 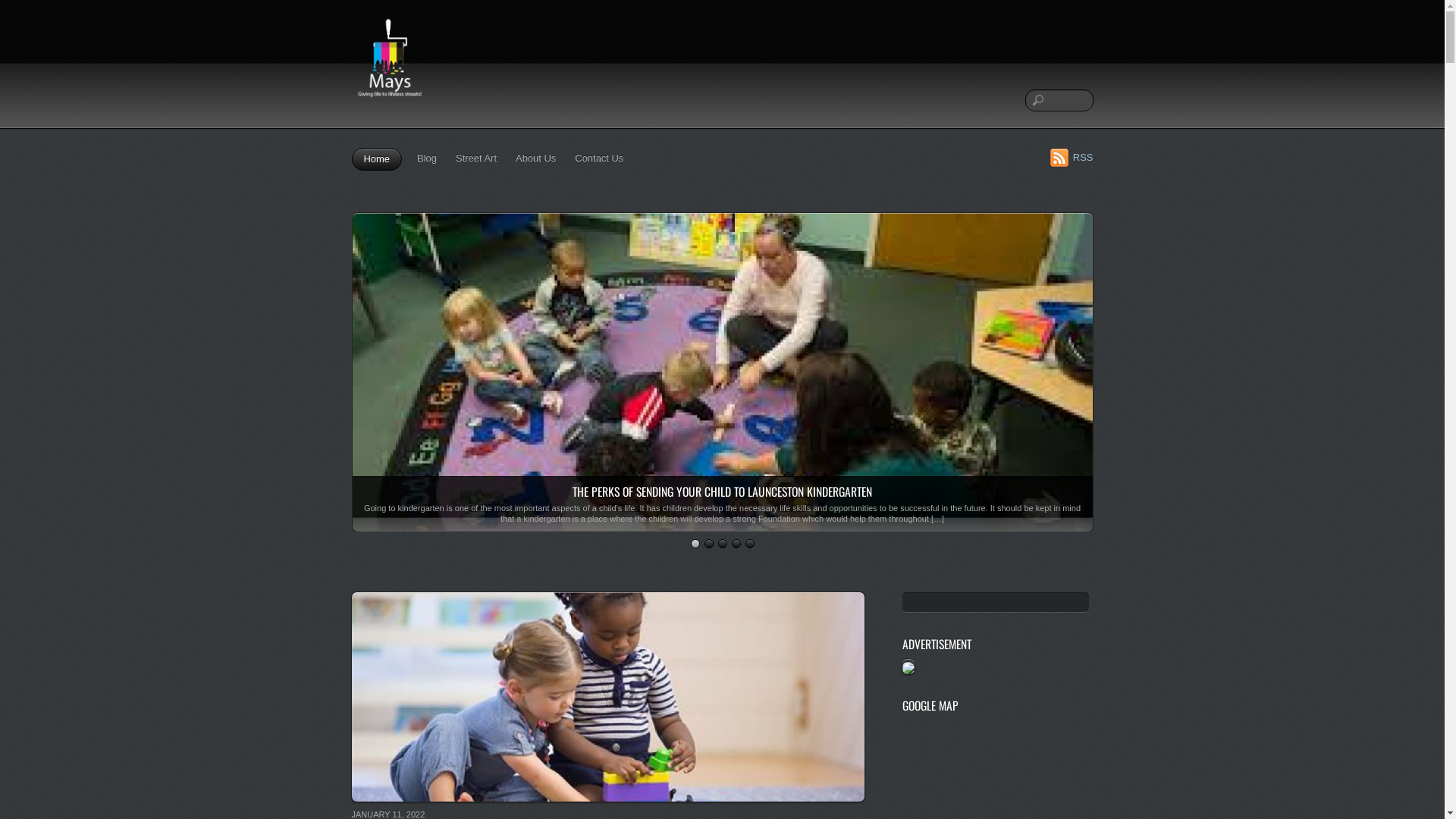 What do you see at coordinates (731, 543) in the screenshot?
I see `'4'` at bounding box center [731, 543].